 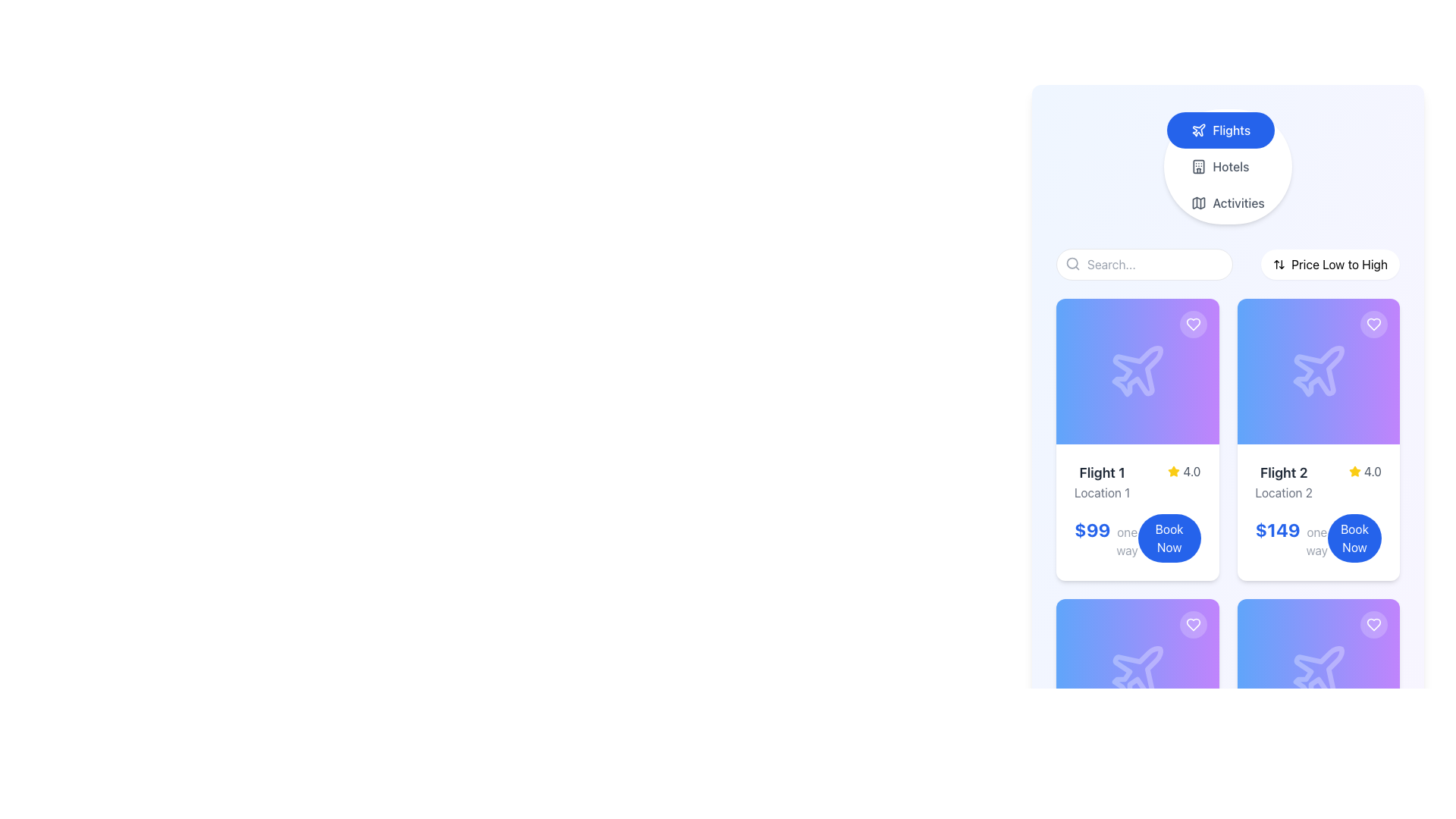 What do you see at coordinates (1137, 670) in the screenshot?
I see `the white airplane icon located` at bounding box center [1137, 670].